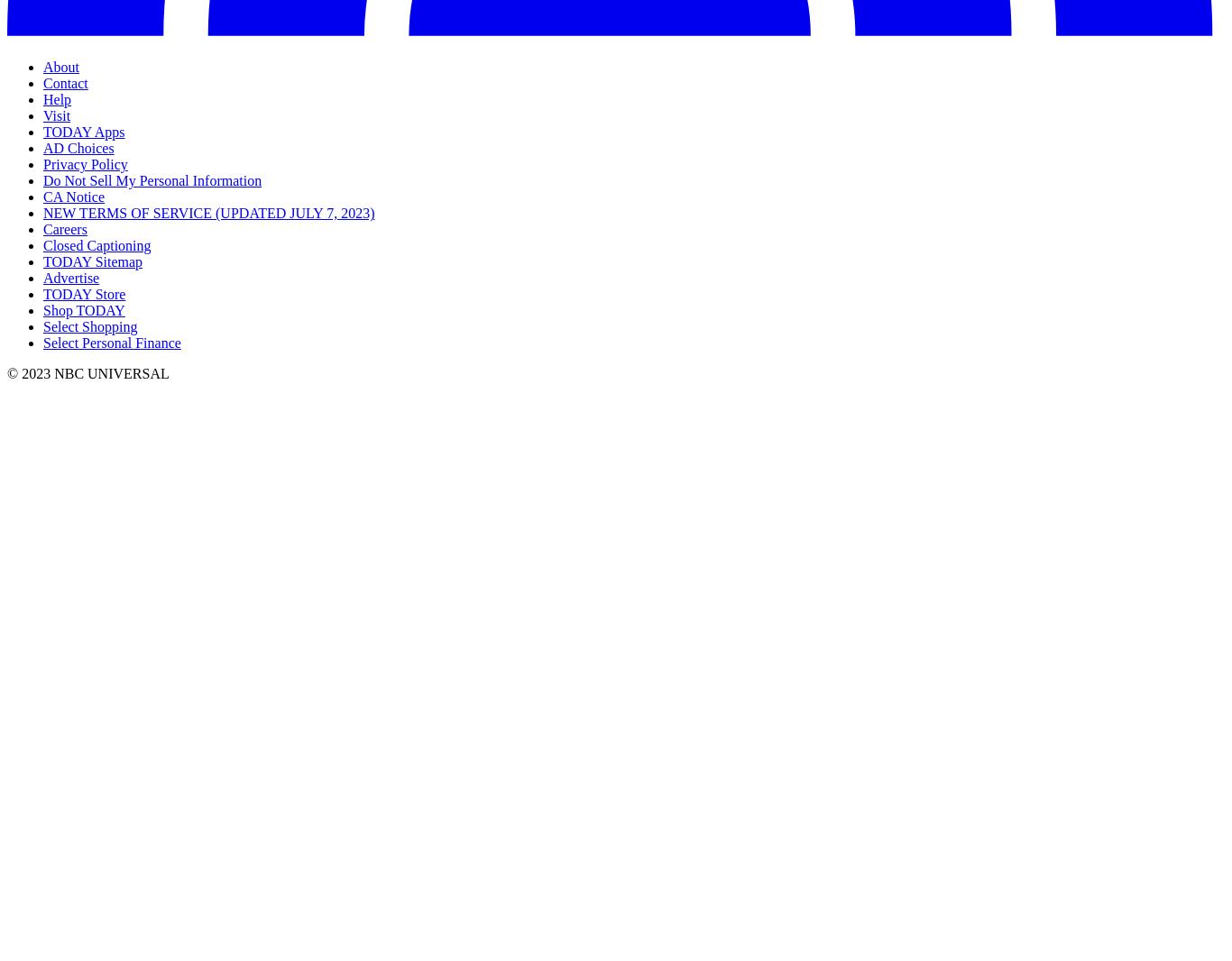 This screenshot has height=961, width=1232. Describe the element at coordinates (61, 66) in the screenshot. I see `'About'` at that location.